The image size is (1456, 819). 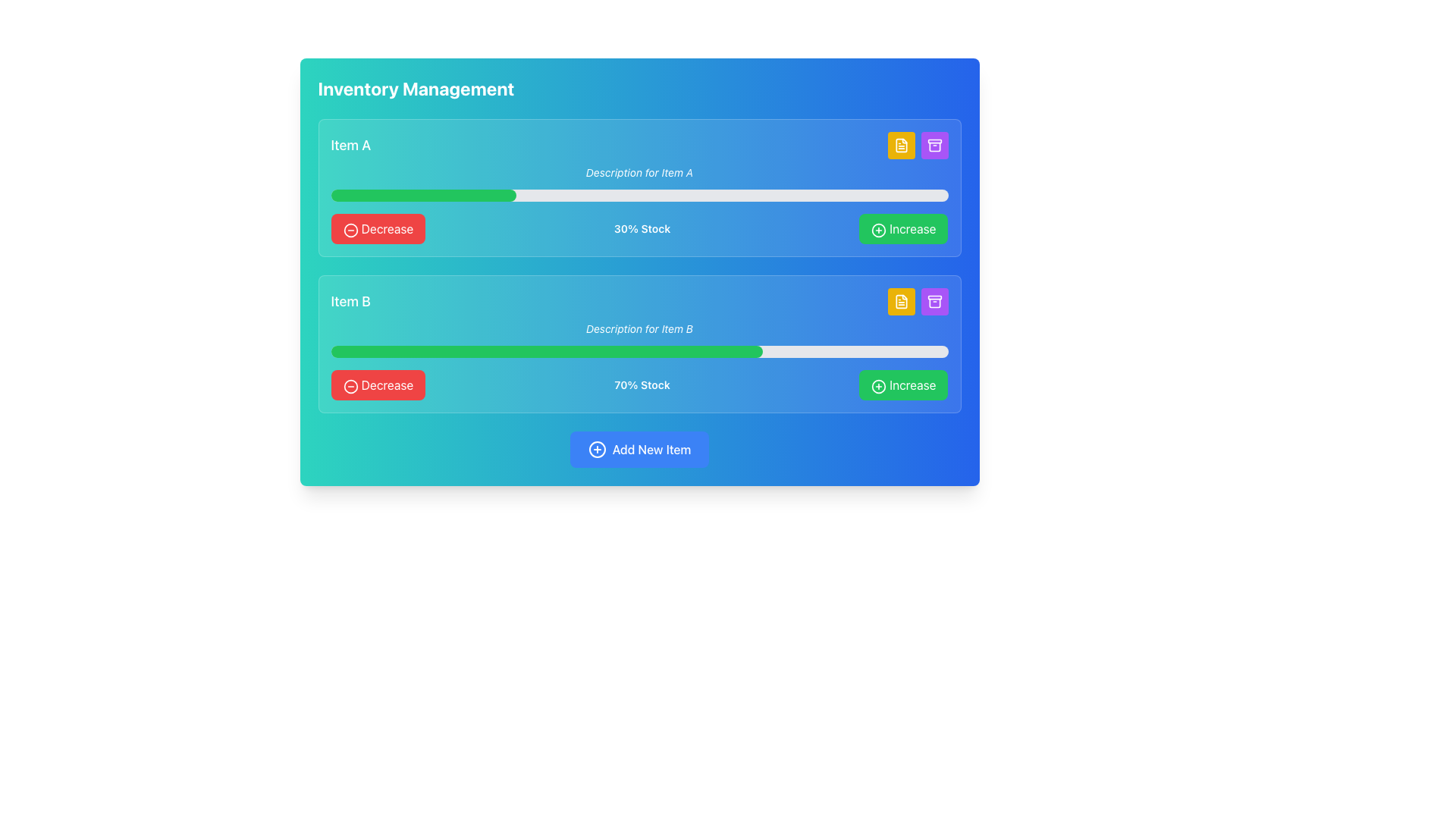 I want to click on the purple archive box icon located in the top-right section of the interface, so click(x=934, y=146).